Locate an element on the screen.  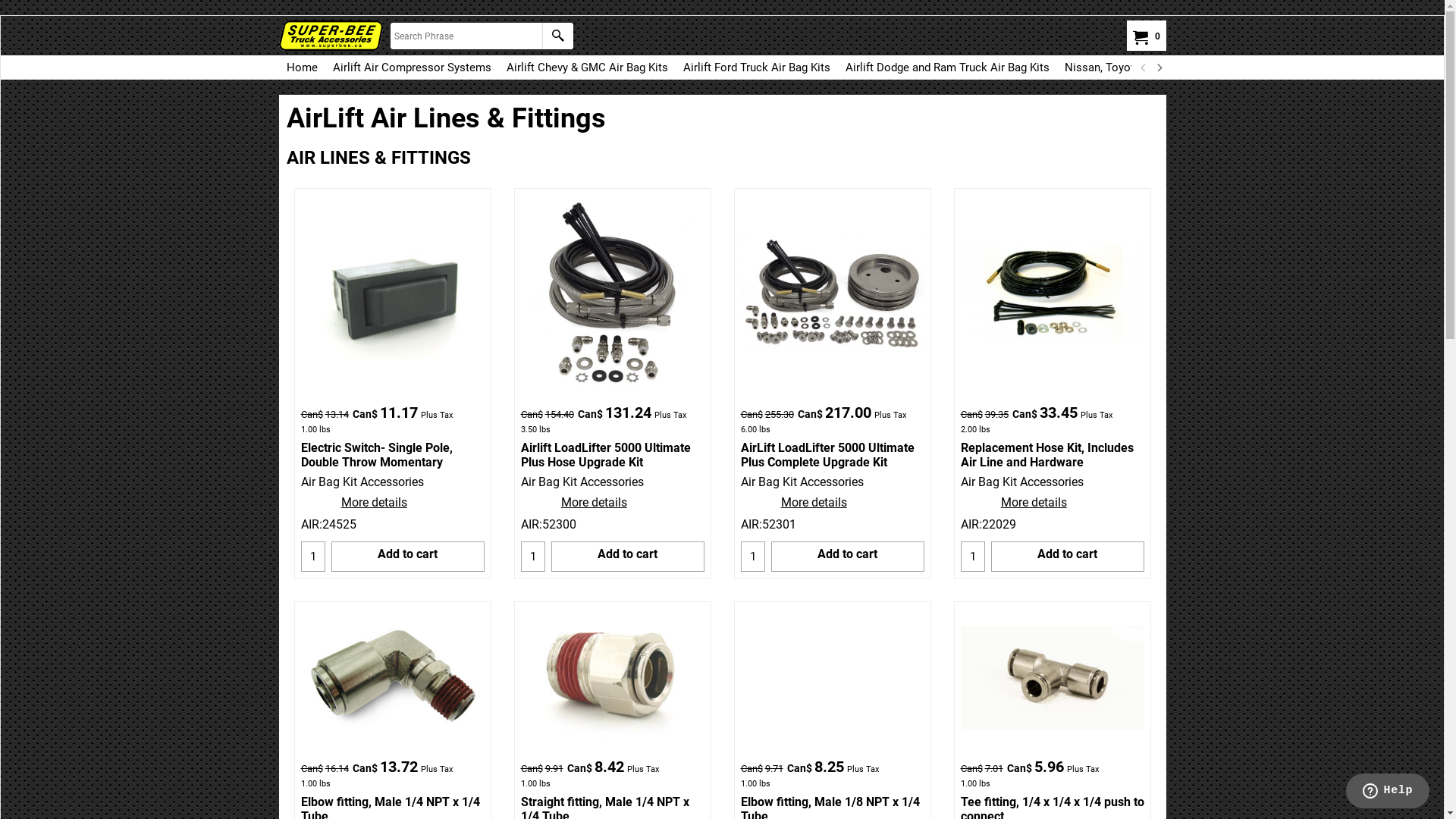
'Elbow- Male 1/4 NPT x 1/4 Tube' is located at coordinates (392, 676).